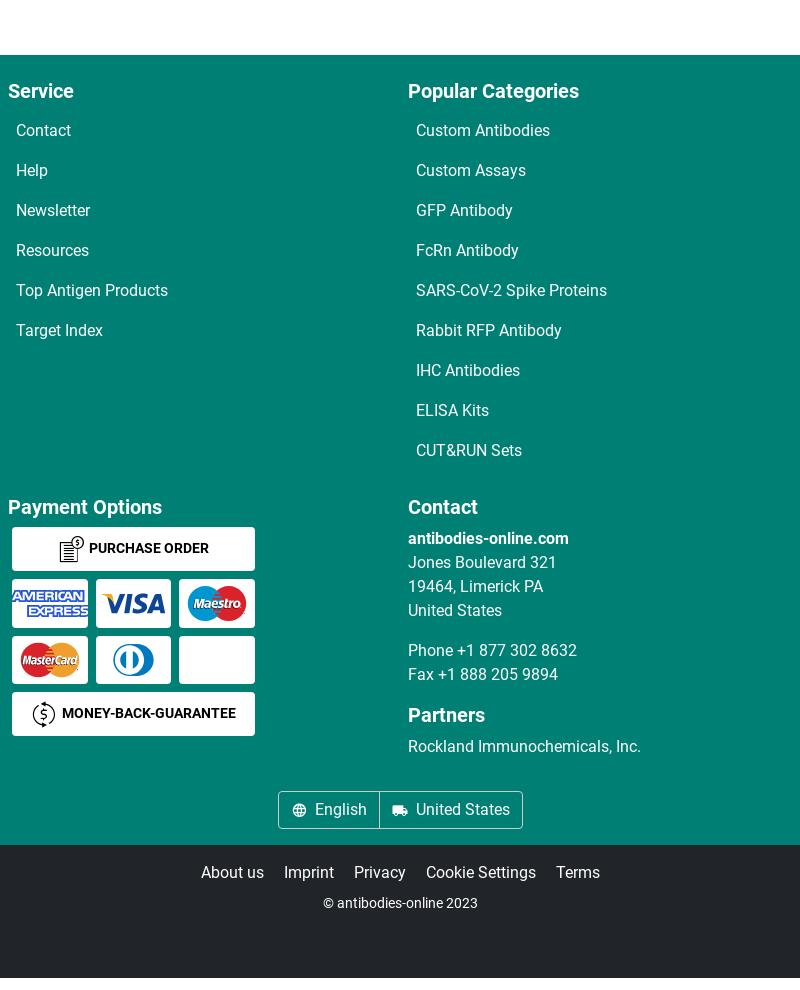 This screenshot has height=990, width=800. What do you see at coordinates (416, 250) in the screenshot?
I see `'FcRn Antibody'` at bounding box center [416, 250].